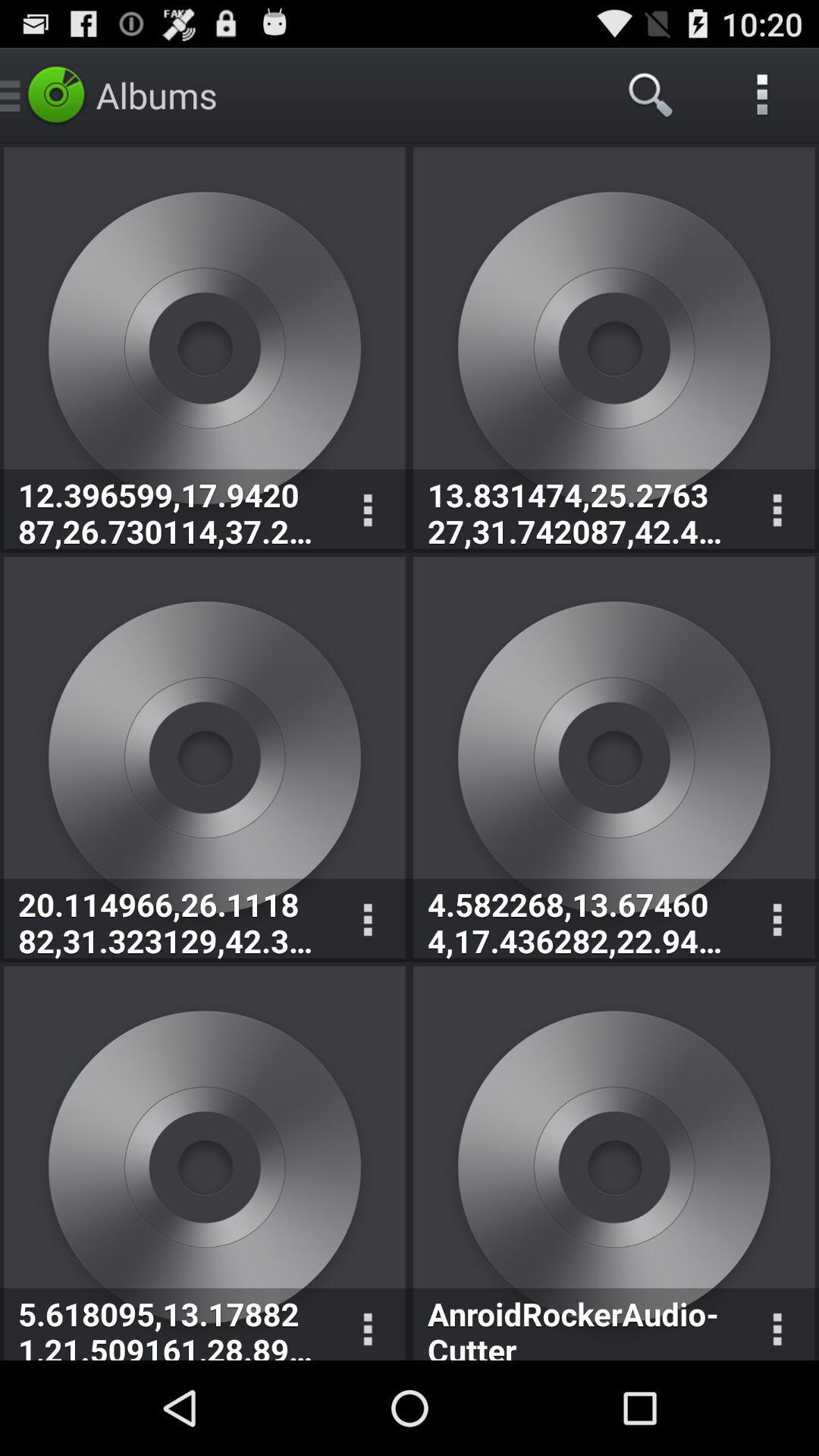 The image size is (819, 1456). Describe the element at coordinates (777, 919) in the screenshot. I see `control the audio` at that location.